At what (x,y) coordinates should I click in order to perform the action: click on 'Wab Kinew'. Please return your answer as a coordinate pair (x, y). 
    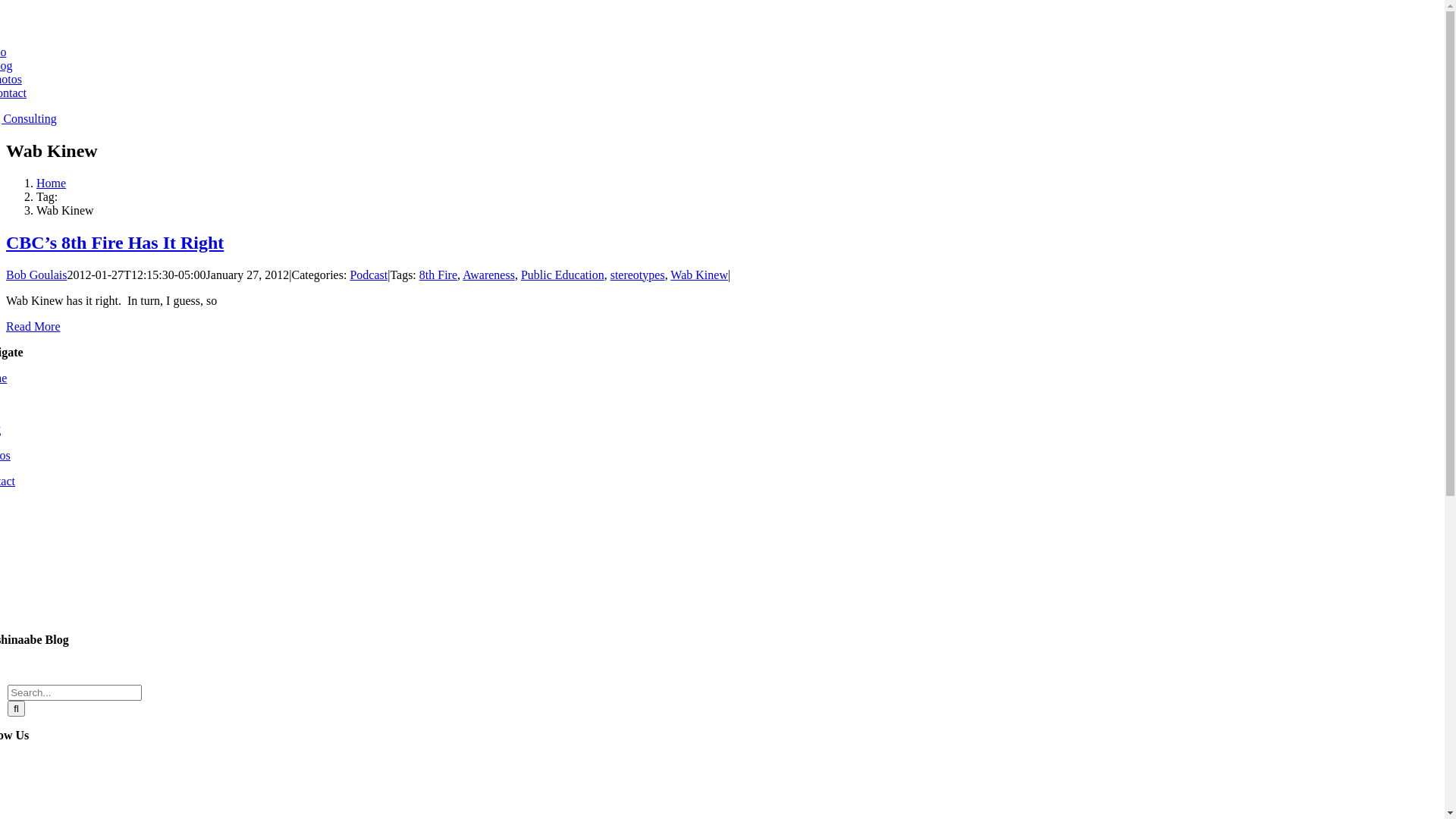
    Looking at the image, I should click on (669, 275).